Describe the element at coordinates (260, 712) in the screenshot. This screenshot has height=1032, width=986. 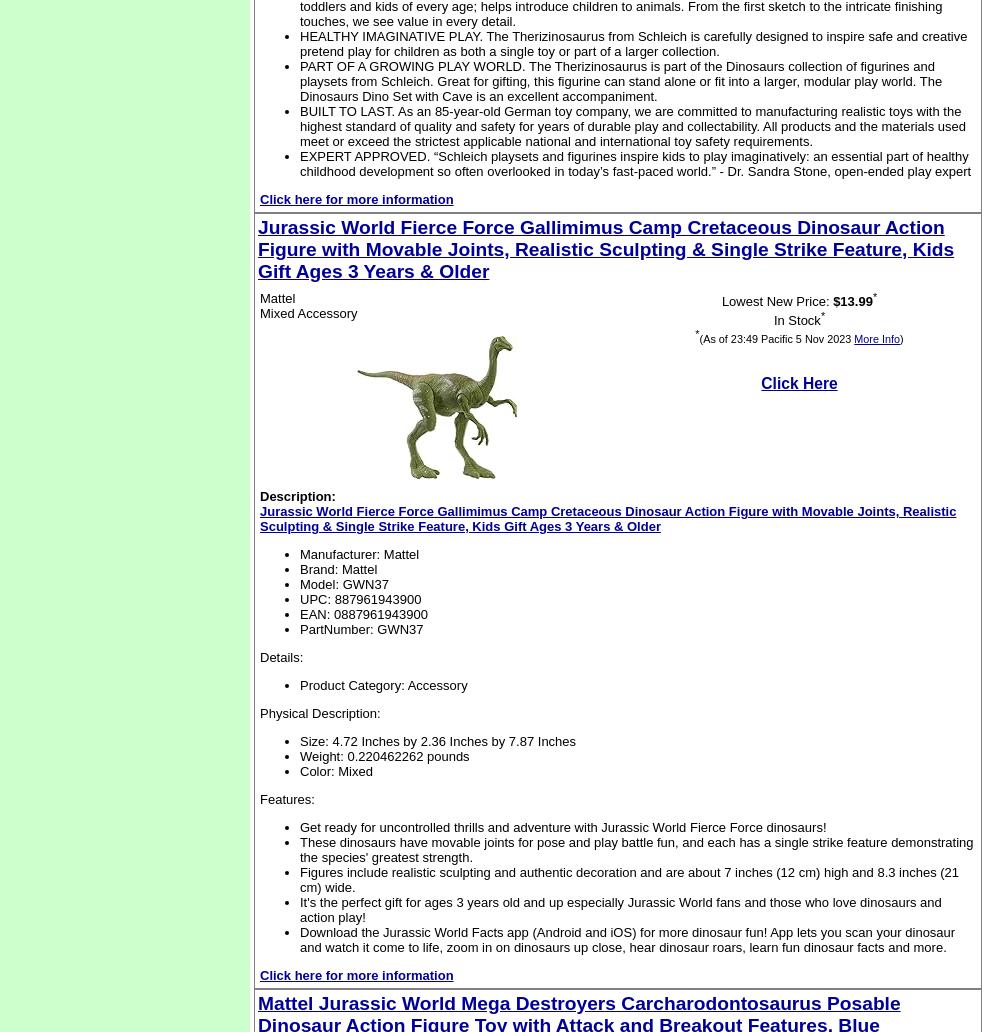
I see `'Physical Description:'` at that location.